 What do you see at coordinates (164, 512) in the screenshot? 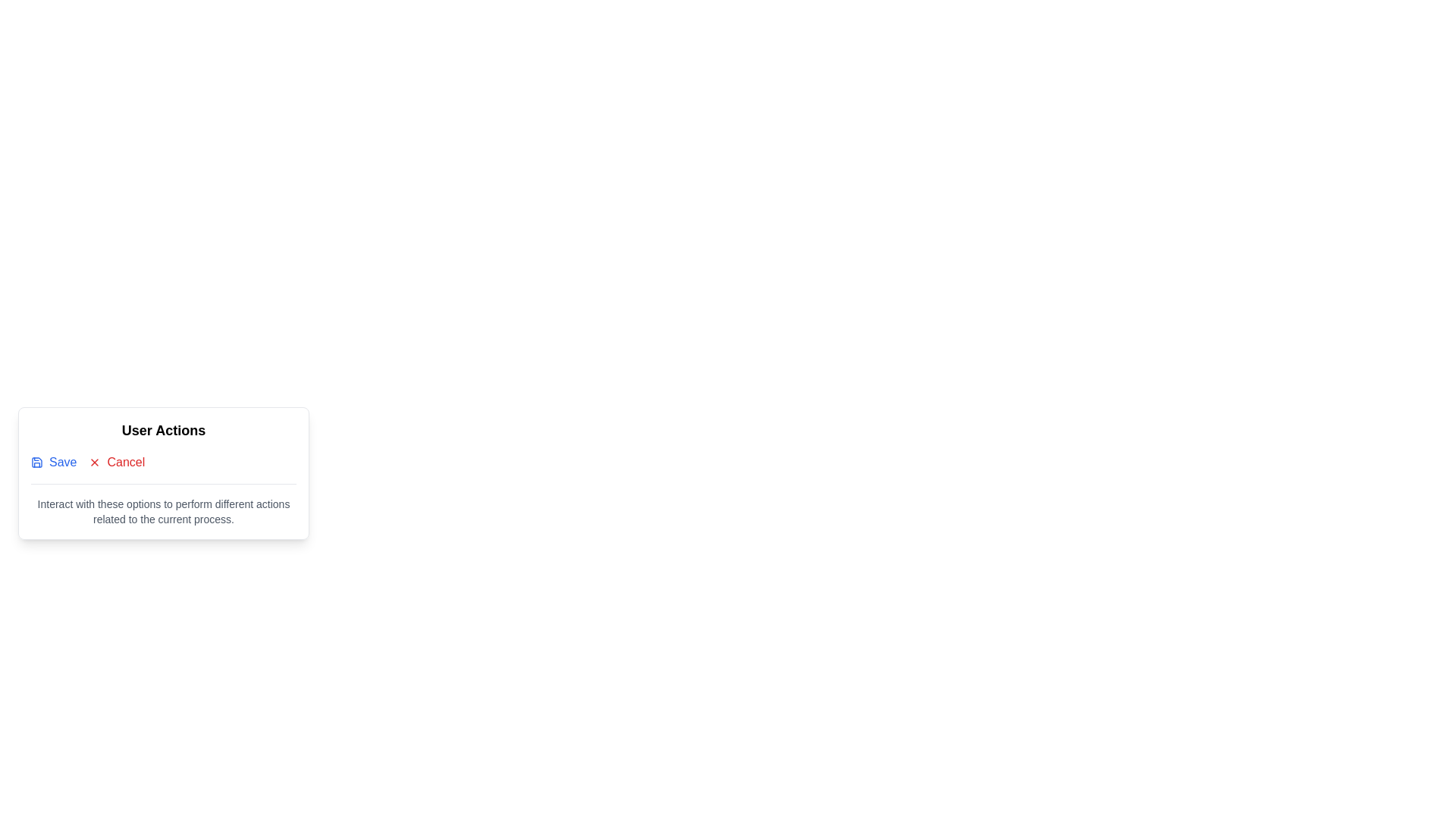
I see `the informational text displaying the message: 'Interact with these options to perform different actions related to the current process.'` at bounding box center [164, 512].